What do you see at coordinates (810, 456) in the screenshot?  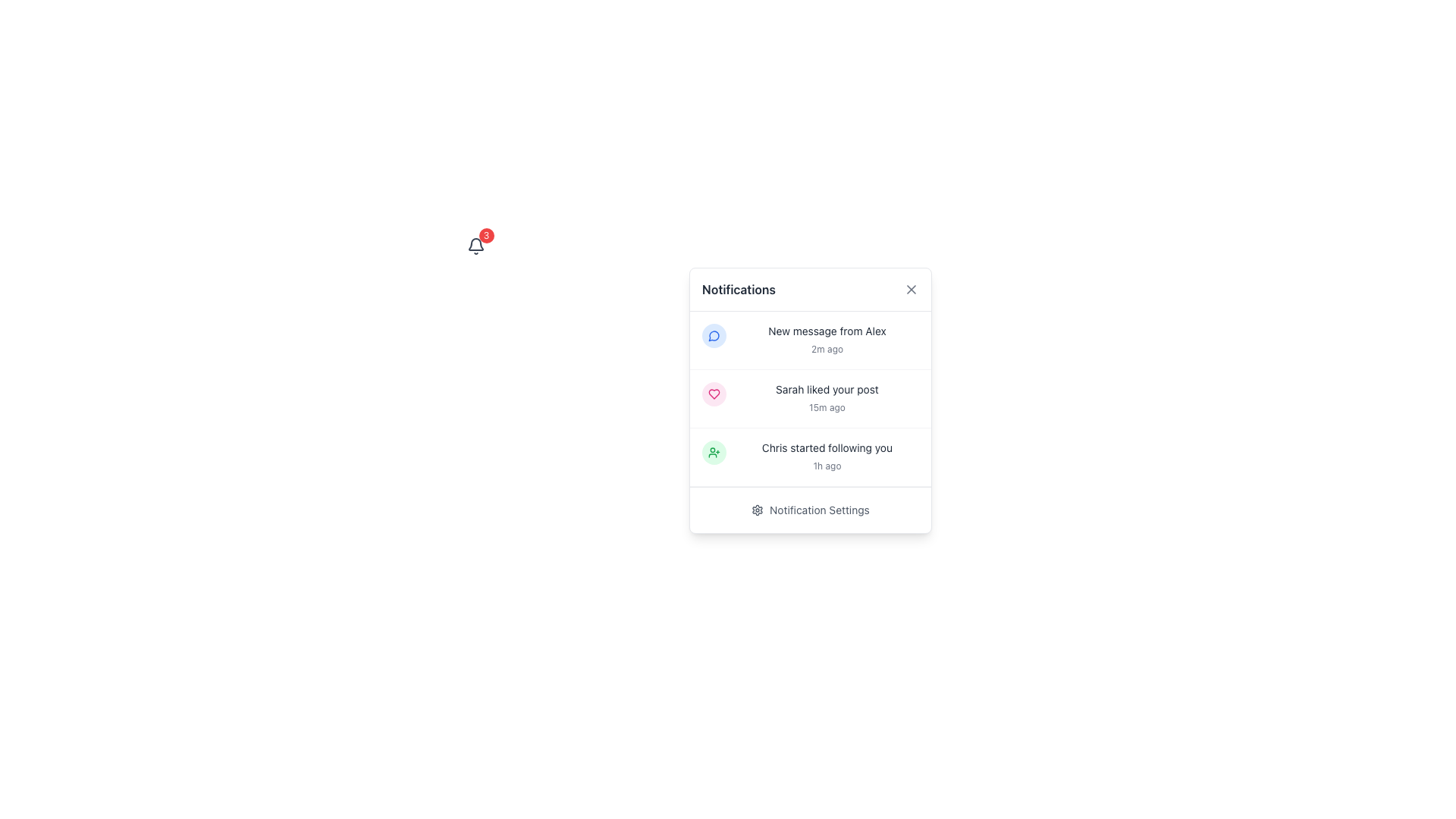 I see `the notification item indicating that user Chris followed the account holder, which is the third item in the vertical notification list` at bounding box center [810, 456].